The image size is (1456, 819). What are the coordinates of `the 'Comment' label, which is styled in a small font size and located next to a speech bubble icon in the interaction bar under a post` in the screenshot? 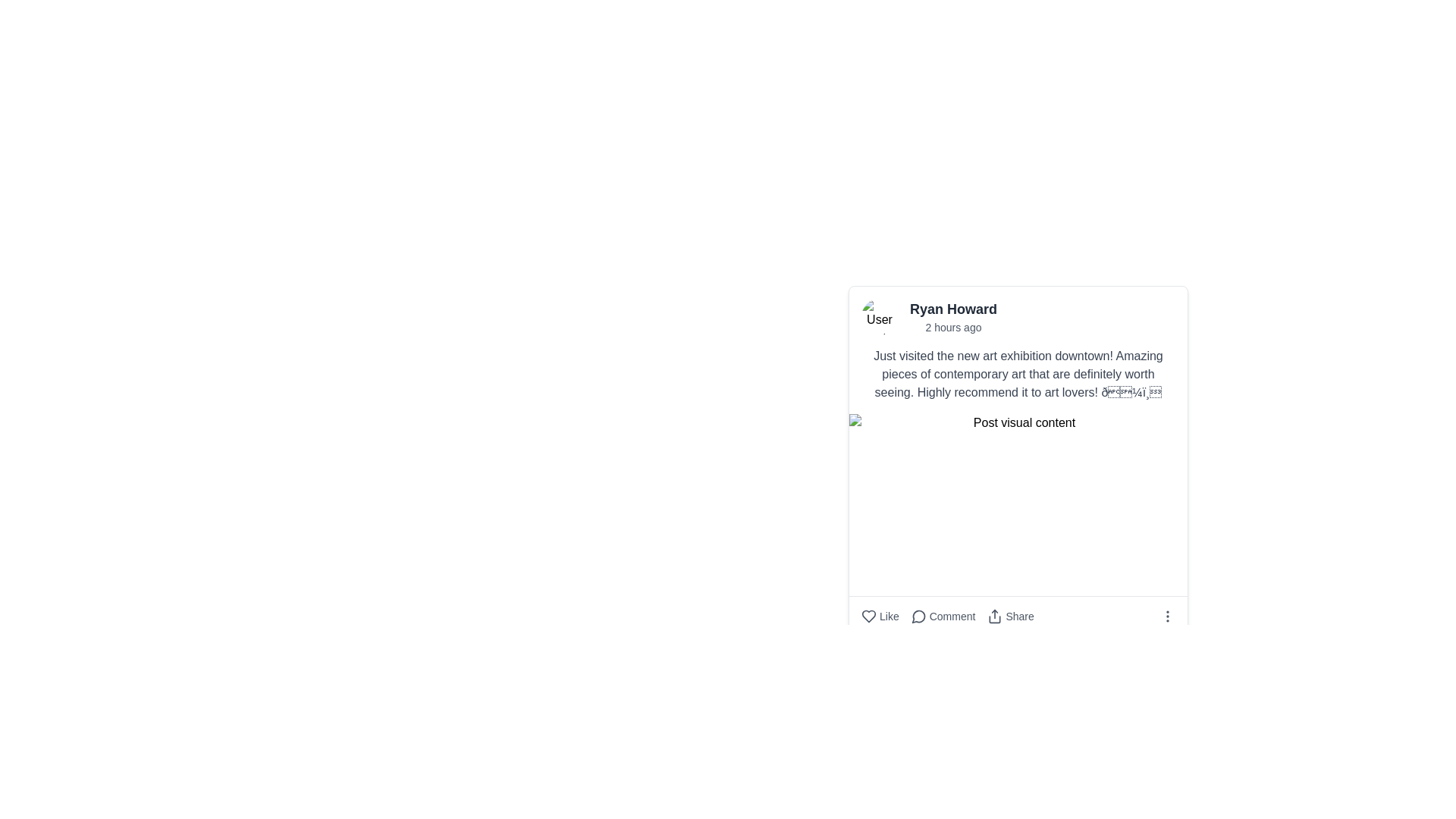 It's located at (952, 617).